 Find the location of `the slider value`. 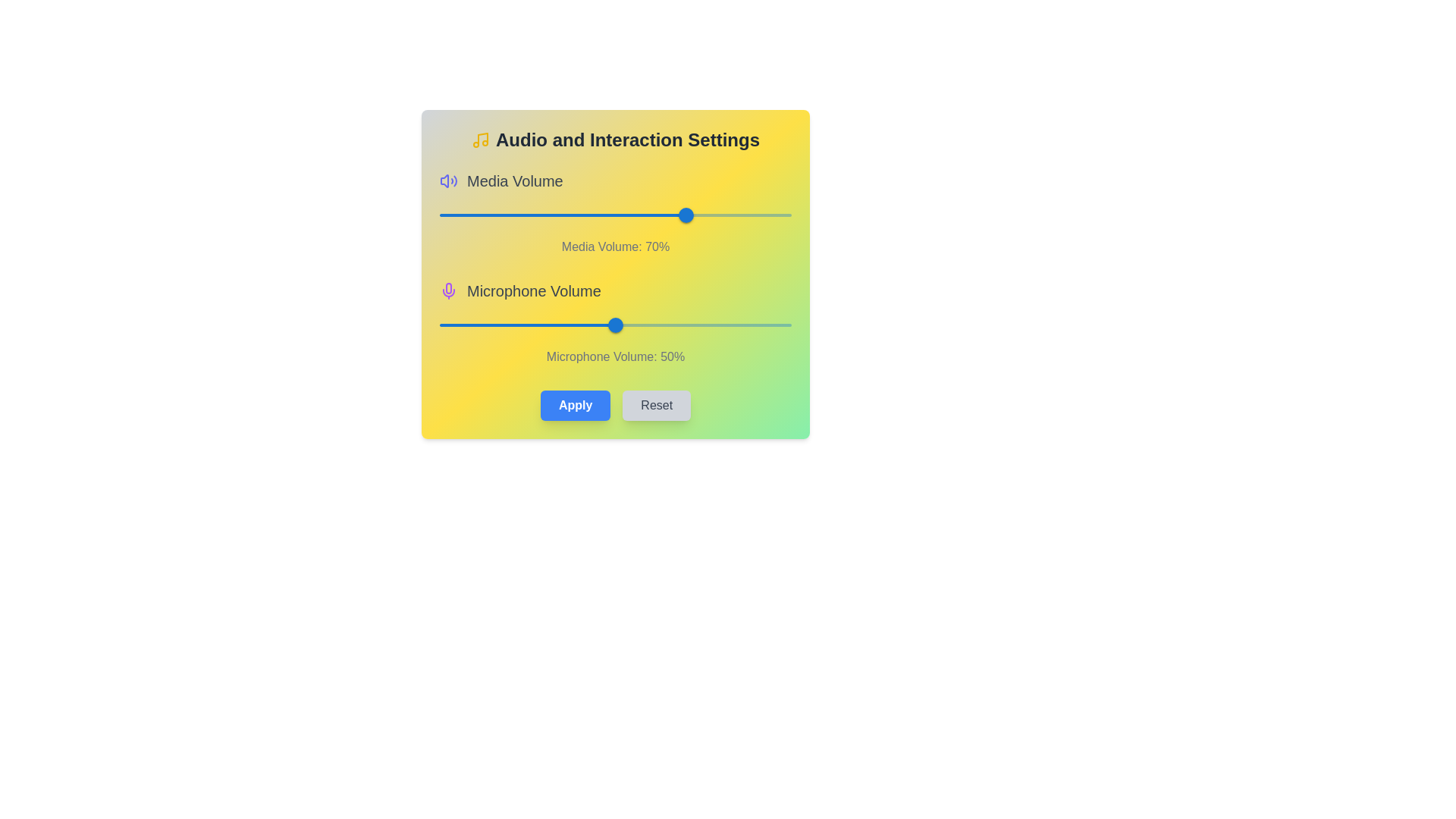

the slider value is located at coordinates (674, 215).